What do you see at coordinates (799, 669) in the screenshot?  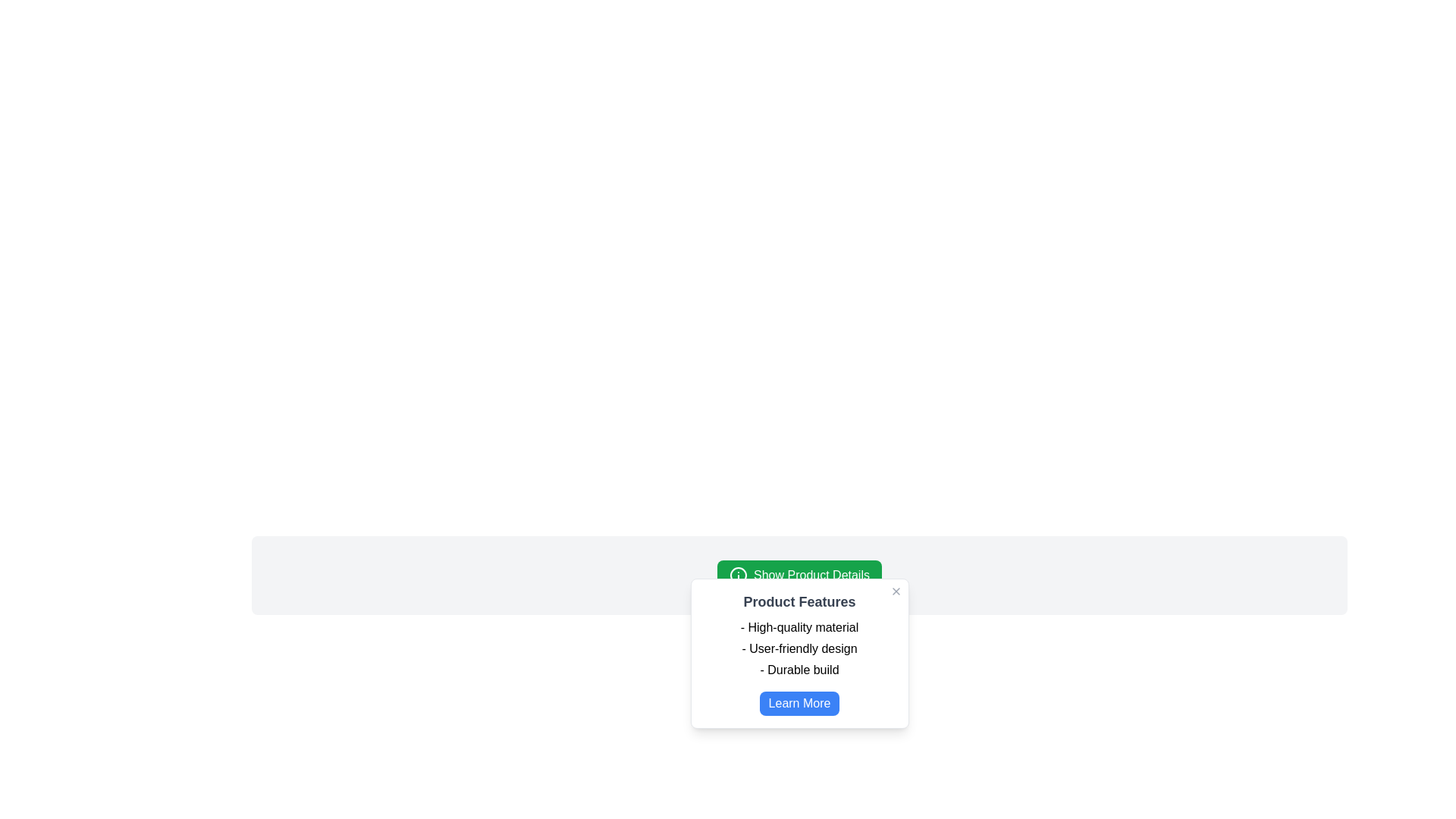 I see `the informational text element that specifies a feature or characteristic within the modal dialog titled 'Product Features', which is the third item listed below '- High-quality material' and '- User-friendly design'` at bounding box center [799, 669].